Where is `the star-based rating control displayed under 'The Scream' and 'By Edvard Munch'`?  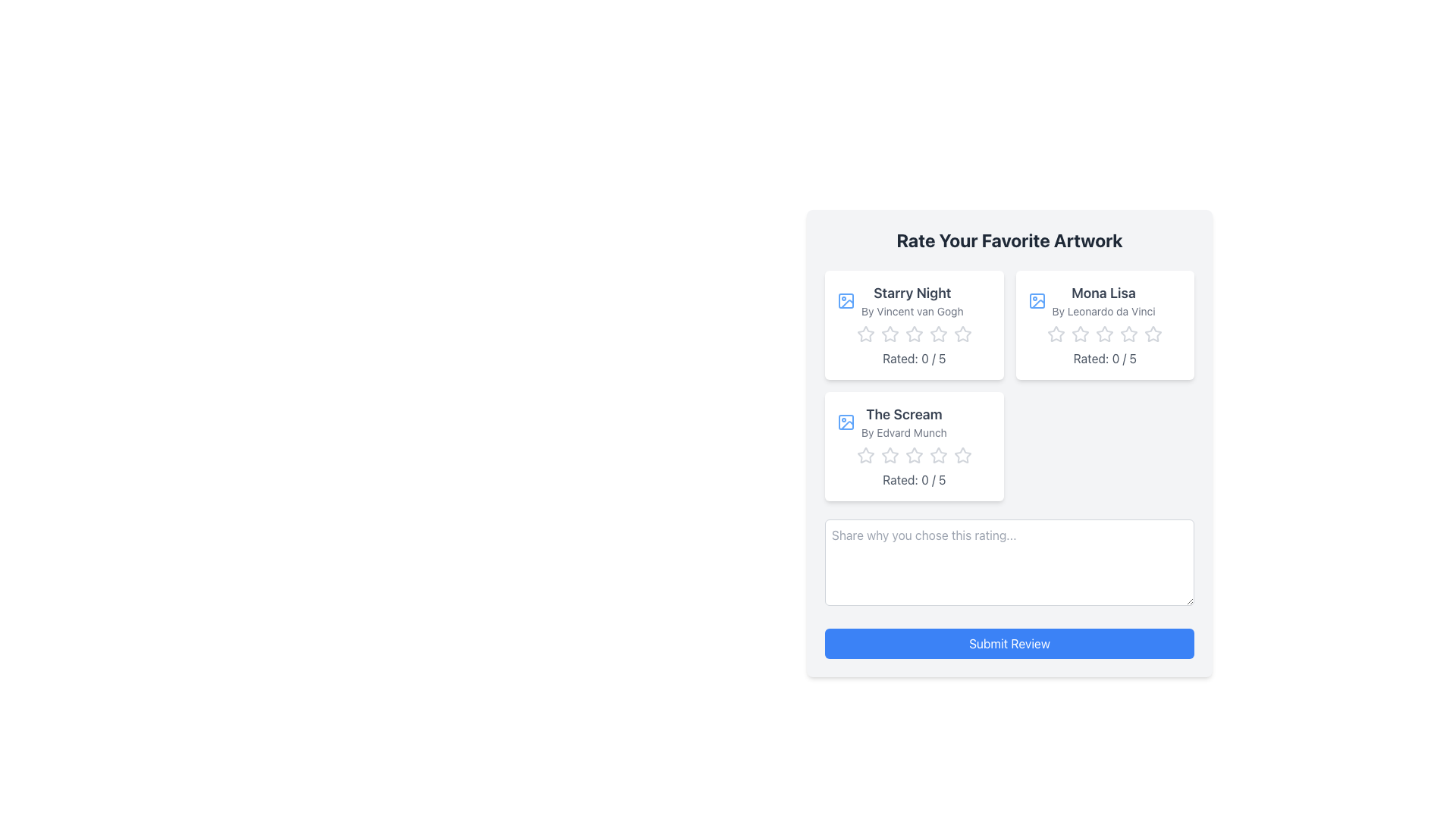 the star-based rating control displayed under 'The Scream' and 'By Edvard Munch' is located at coordinates (913, 455).